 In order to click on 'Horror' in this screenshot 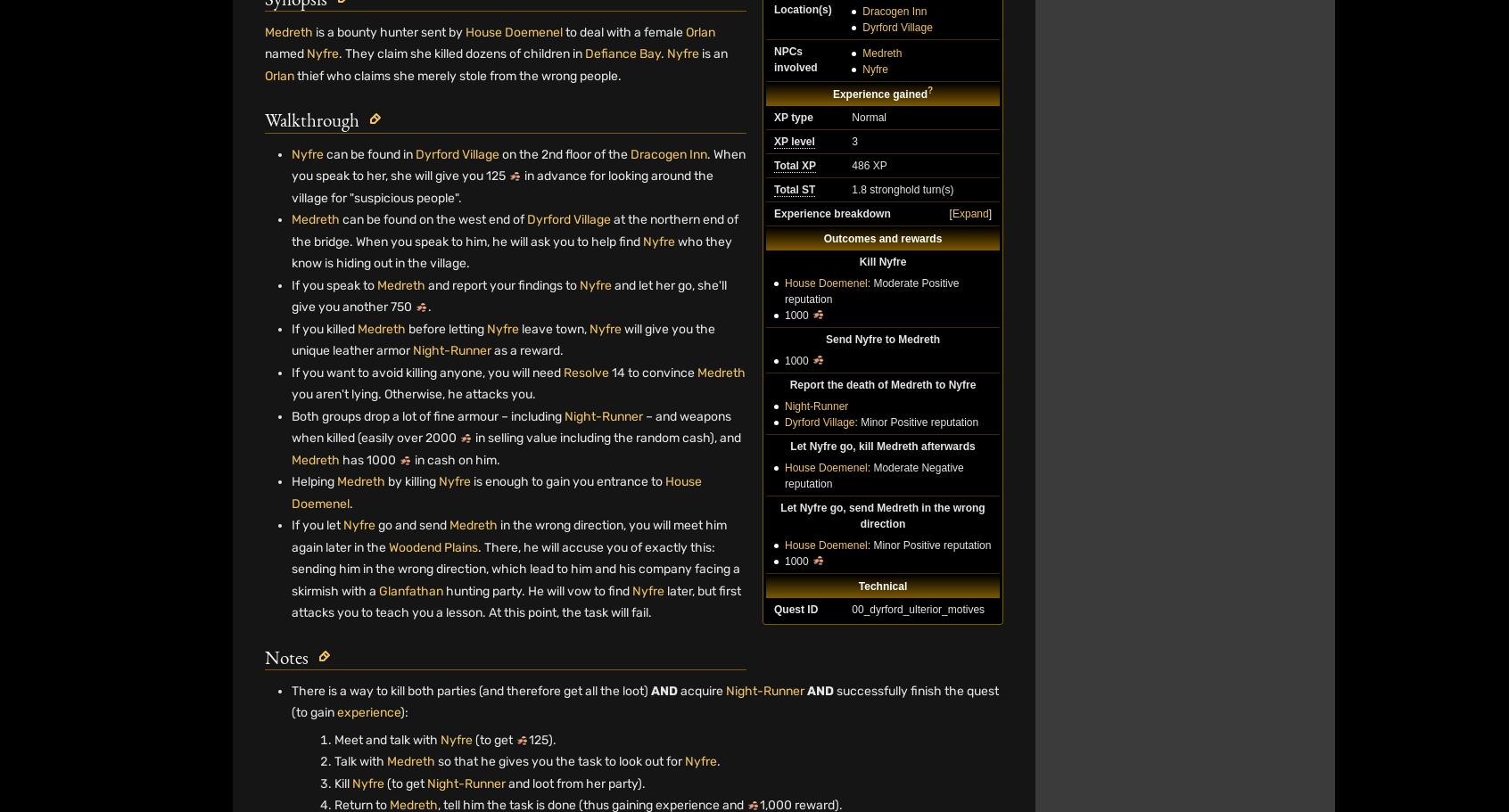, I will do `click(357, 21)`.